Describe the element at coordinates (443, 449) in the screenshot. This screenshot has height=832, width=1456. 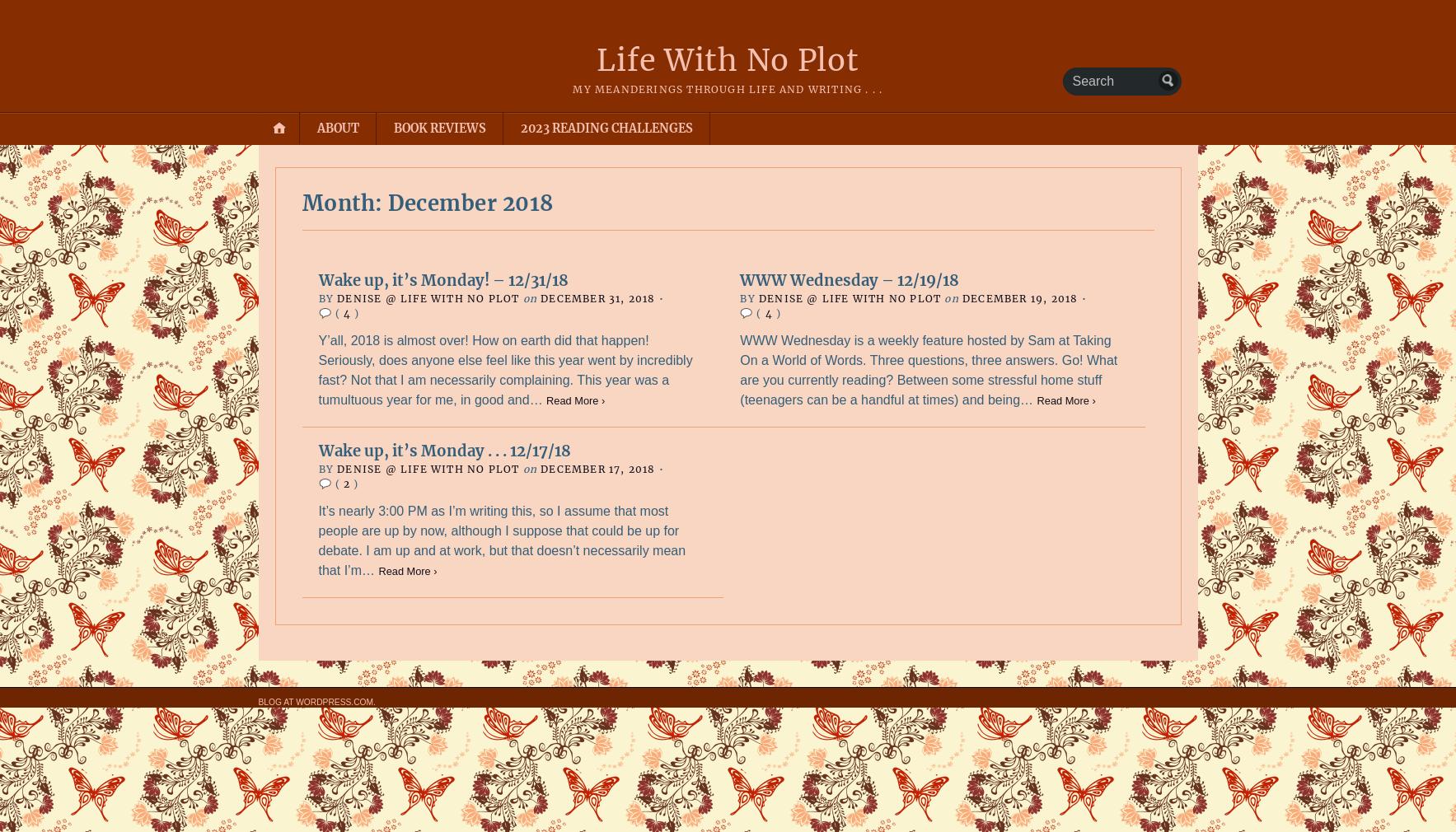
I see `'Wake up, it’s Monday . . . 12/17/18'` at that location.